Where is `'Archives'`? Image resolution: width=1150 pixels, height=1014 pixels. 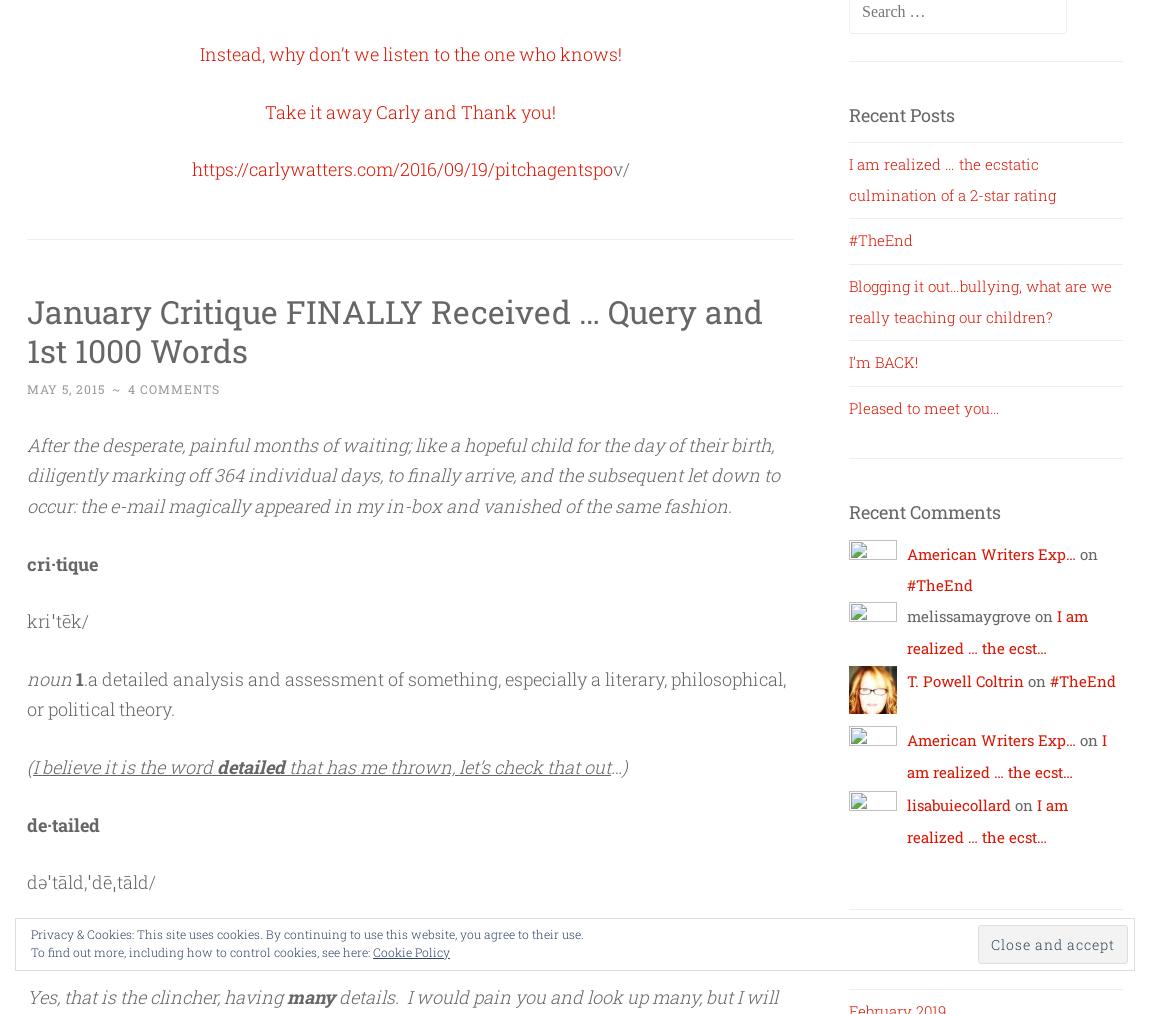
'Archives' is located at coordinates (887, 961).